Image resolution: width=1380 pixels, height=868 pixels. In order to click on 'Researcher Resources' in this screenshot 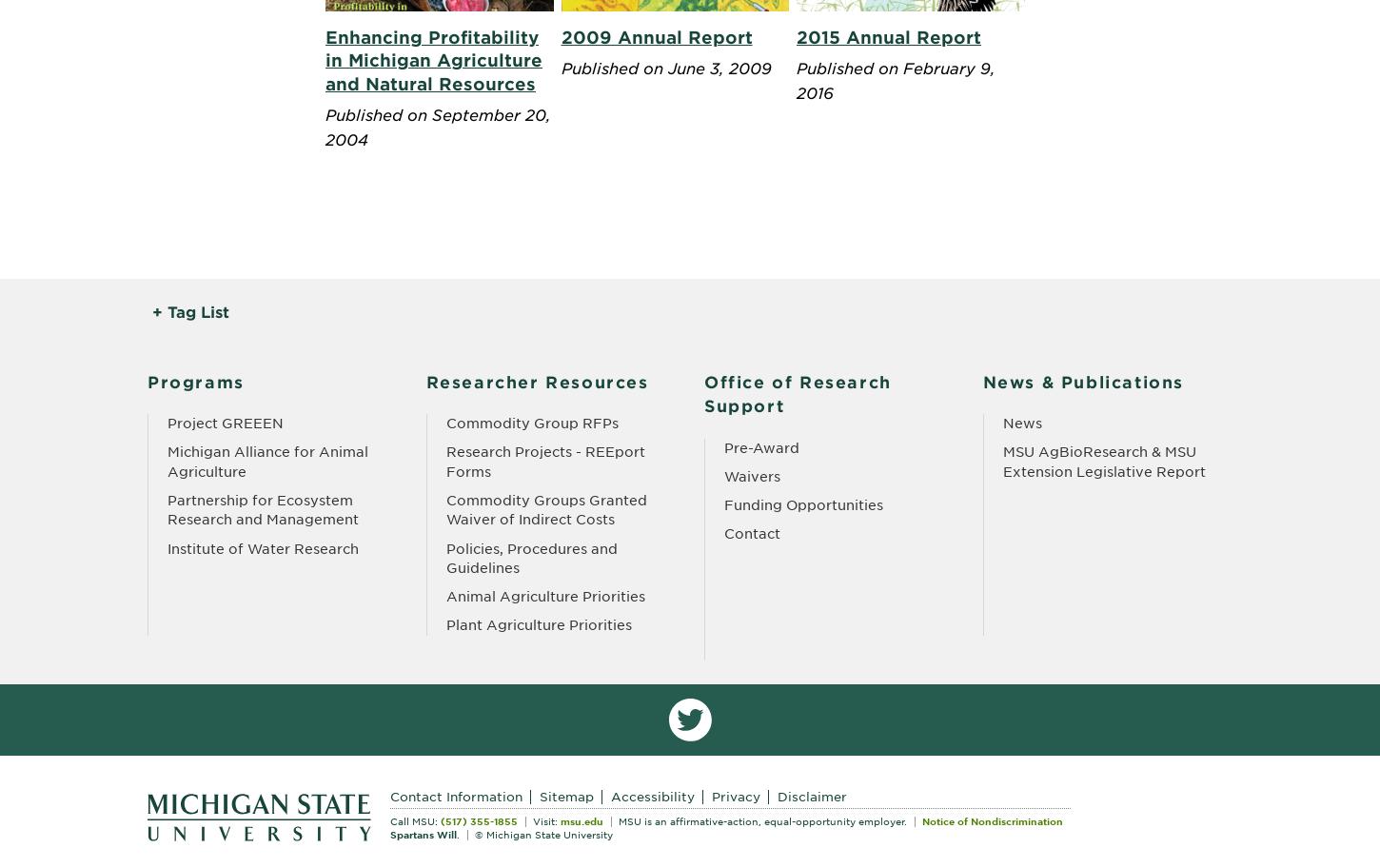, I will do `click(537, 382)`.